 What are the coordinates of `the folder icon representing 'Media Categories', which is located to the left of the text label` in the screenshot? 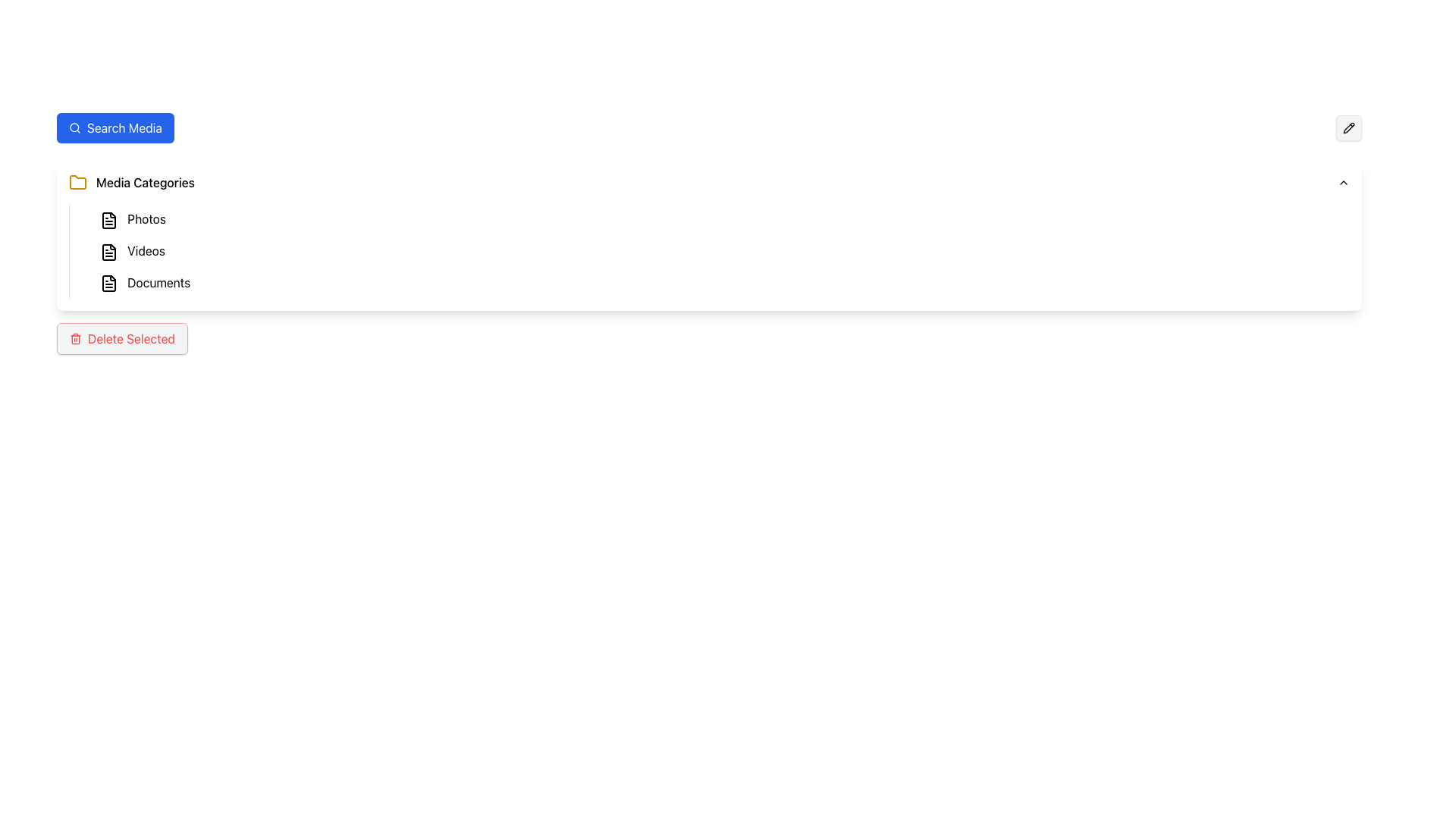 It's located at (77, 181).